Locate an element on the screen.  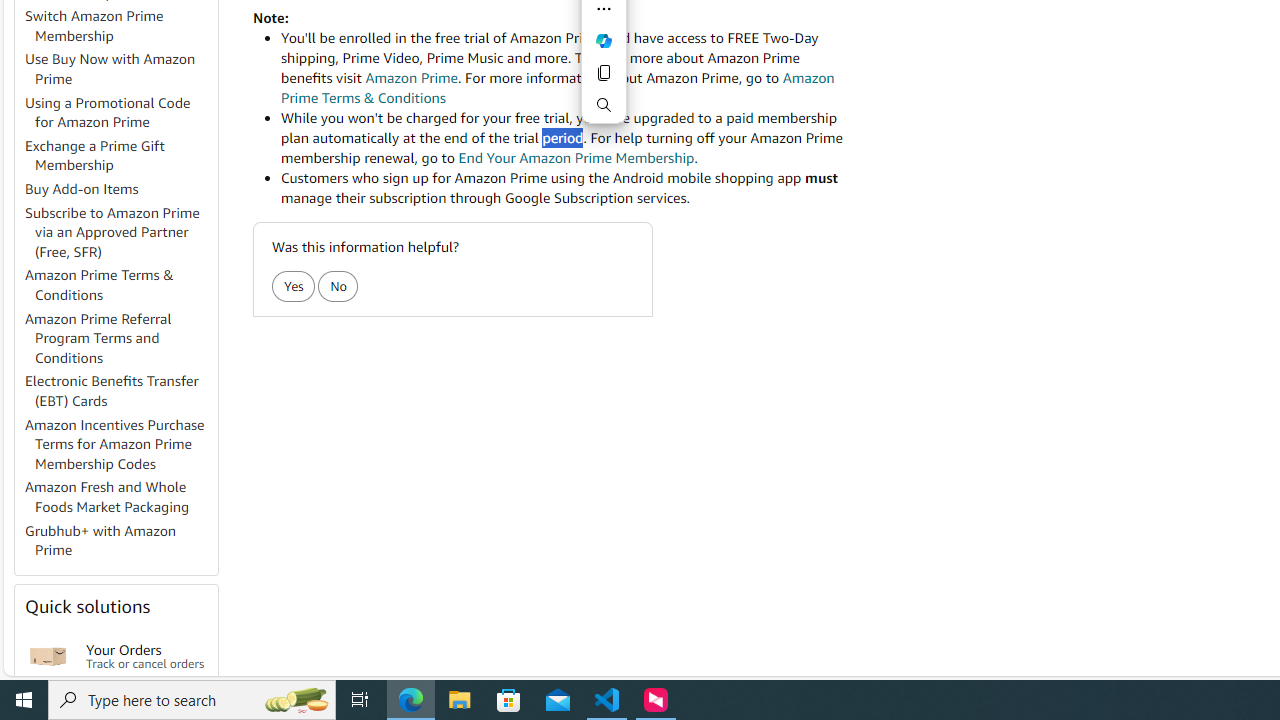
'Using a Promotional Code for Amazon Prime' is located at coordinates (119, 113).